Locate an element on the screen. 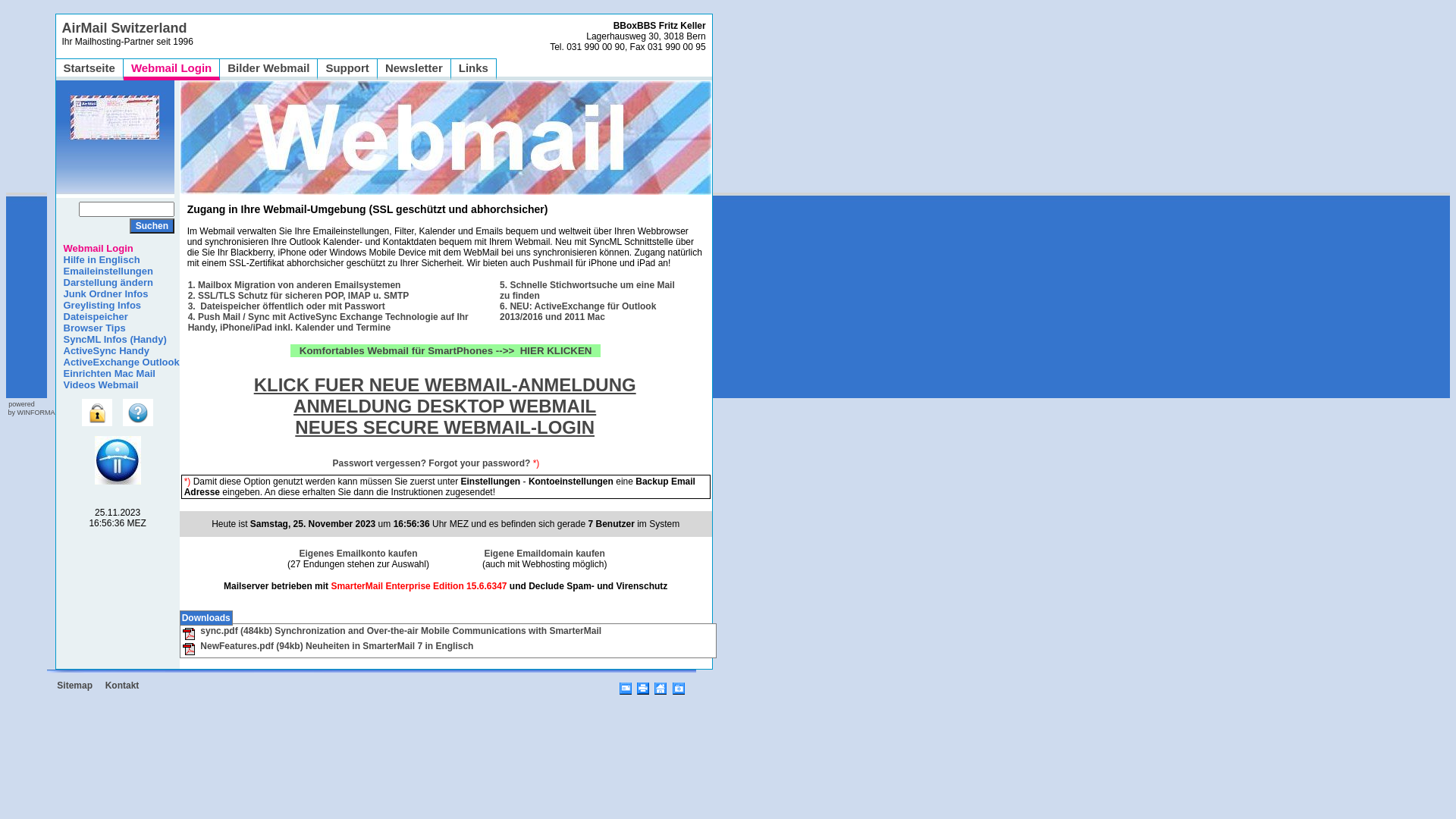  'Emaileinstellungen' is located at coordinates (104, 270).